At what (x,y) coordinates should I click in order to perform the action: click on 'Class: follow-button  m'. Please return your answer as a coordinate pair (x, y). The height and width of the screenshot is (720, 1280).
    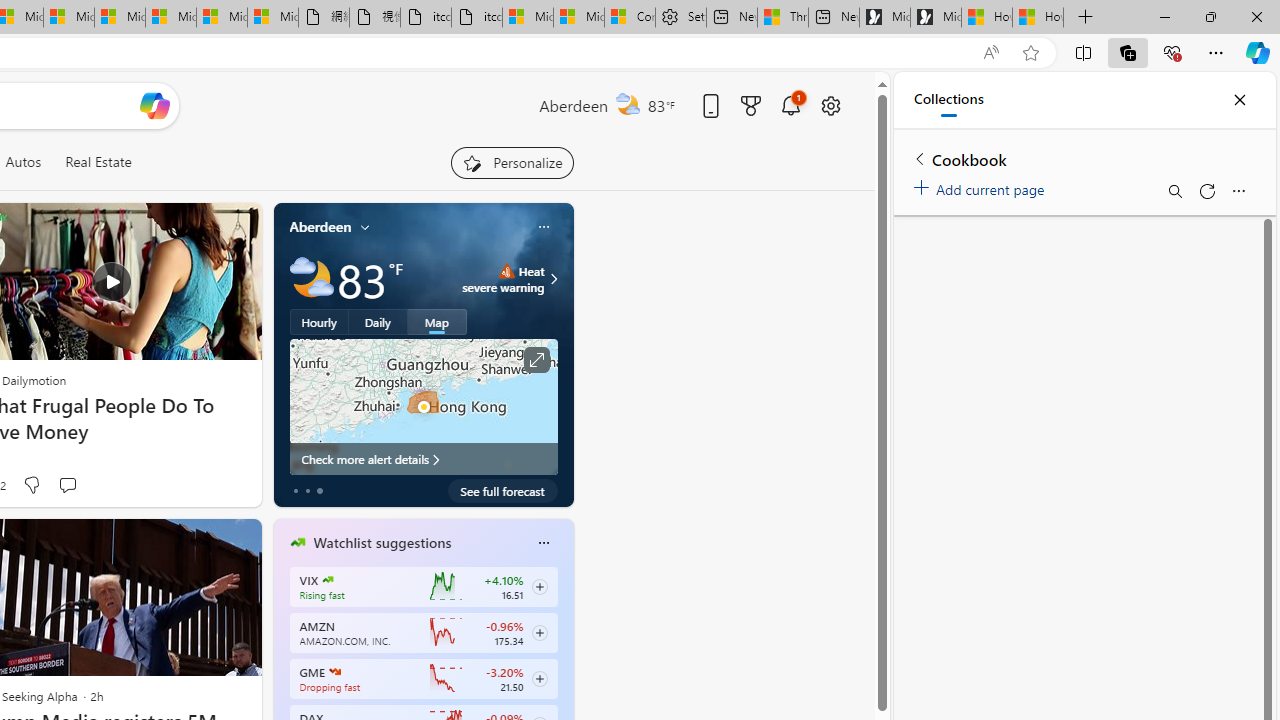
    Looking at the image, I should click on (539, 677).